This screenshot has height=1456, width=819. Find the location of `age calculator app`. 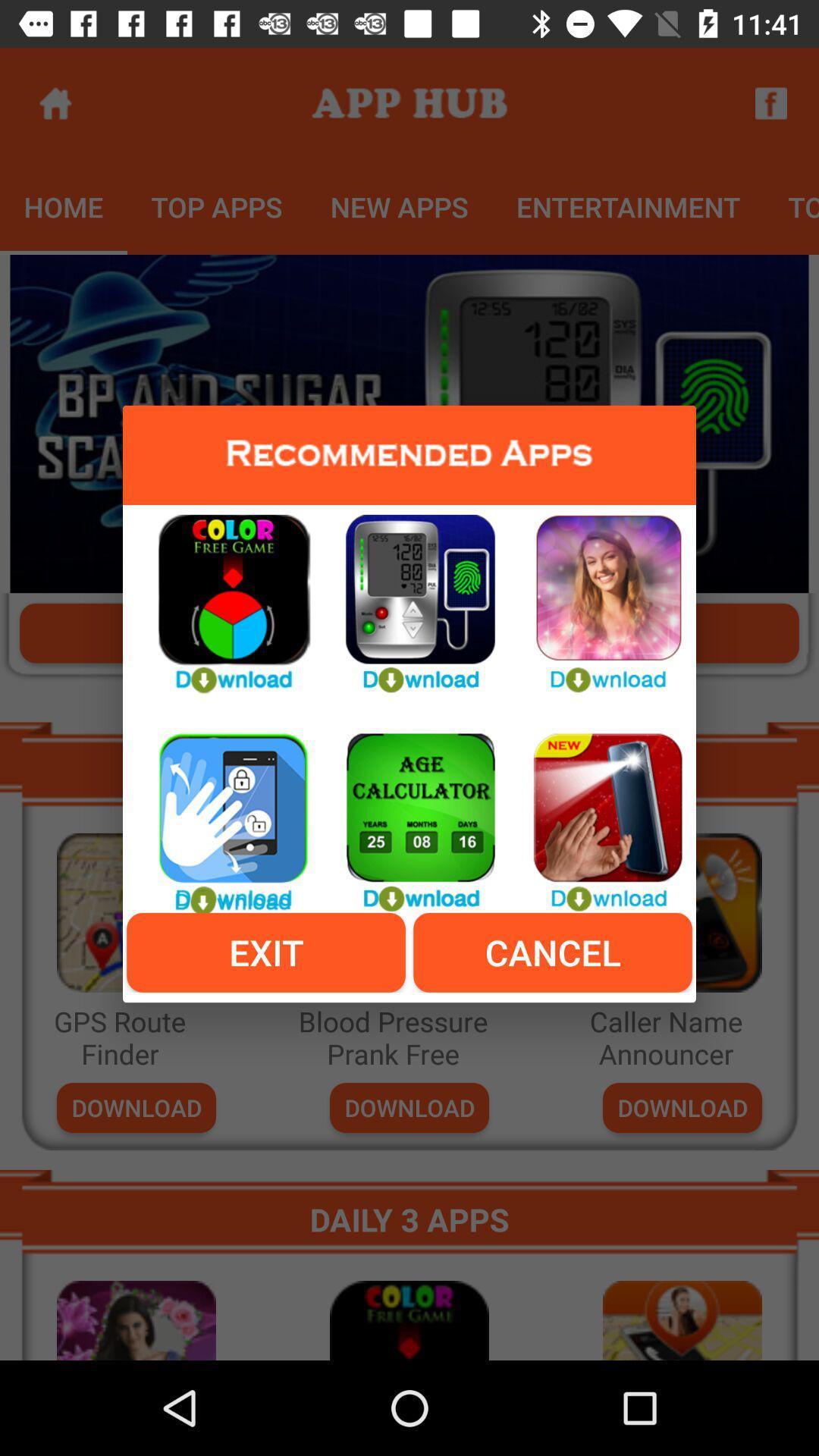

age calculator app is located at coordinates (409, 813).